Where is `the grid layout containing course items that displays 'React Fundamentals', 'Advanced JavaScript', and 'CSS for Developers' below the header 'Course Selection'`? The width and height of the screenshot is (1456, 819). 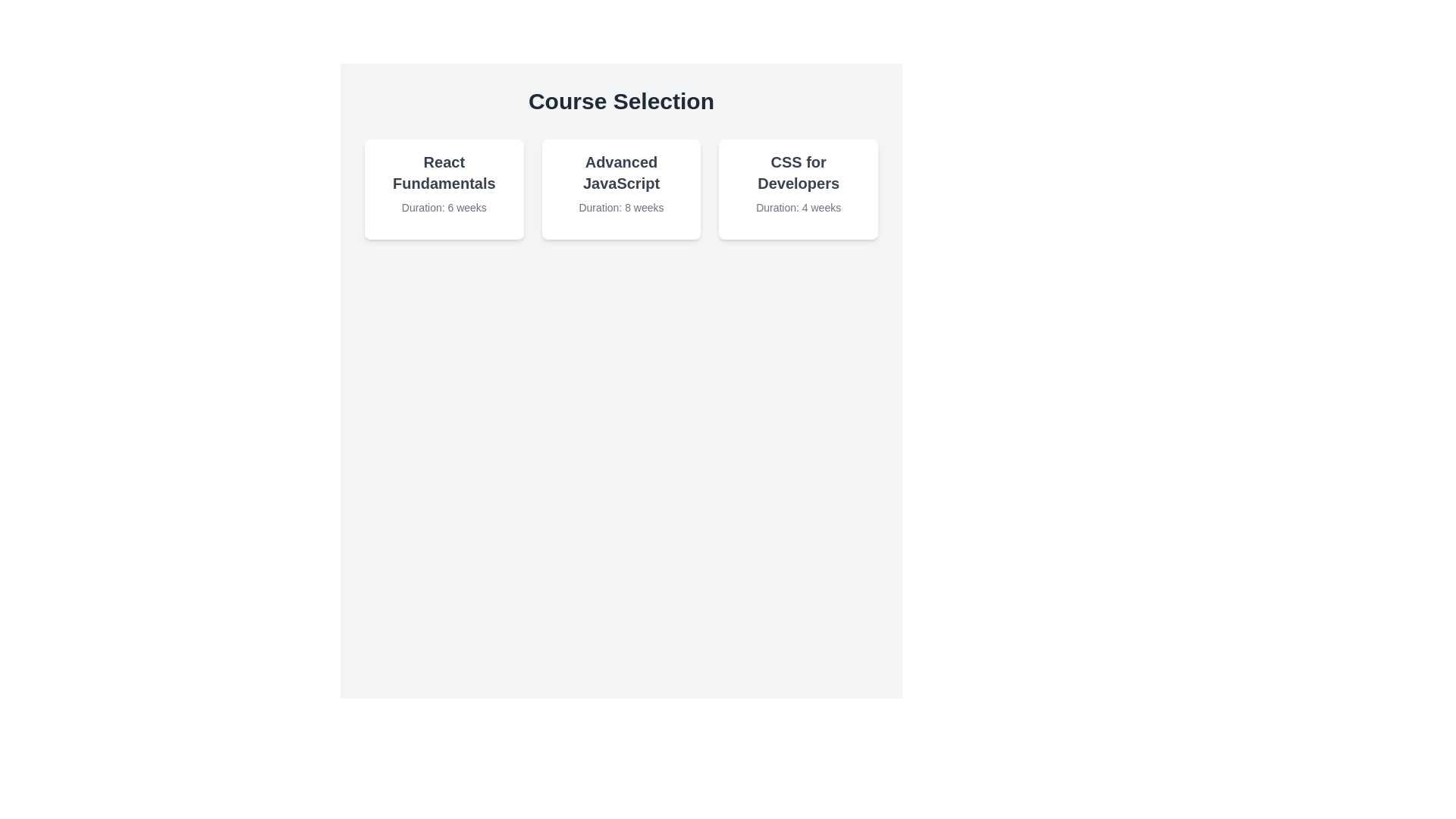 the grid layout containing course items that displays 'React Fundamentals', 'Advanced JavaScript', and 'CSS for Developers' below the header 'Course Selection' is located at coordinates (621, 189).